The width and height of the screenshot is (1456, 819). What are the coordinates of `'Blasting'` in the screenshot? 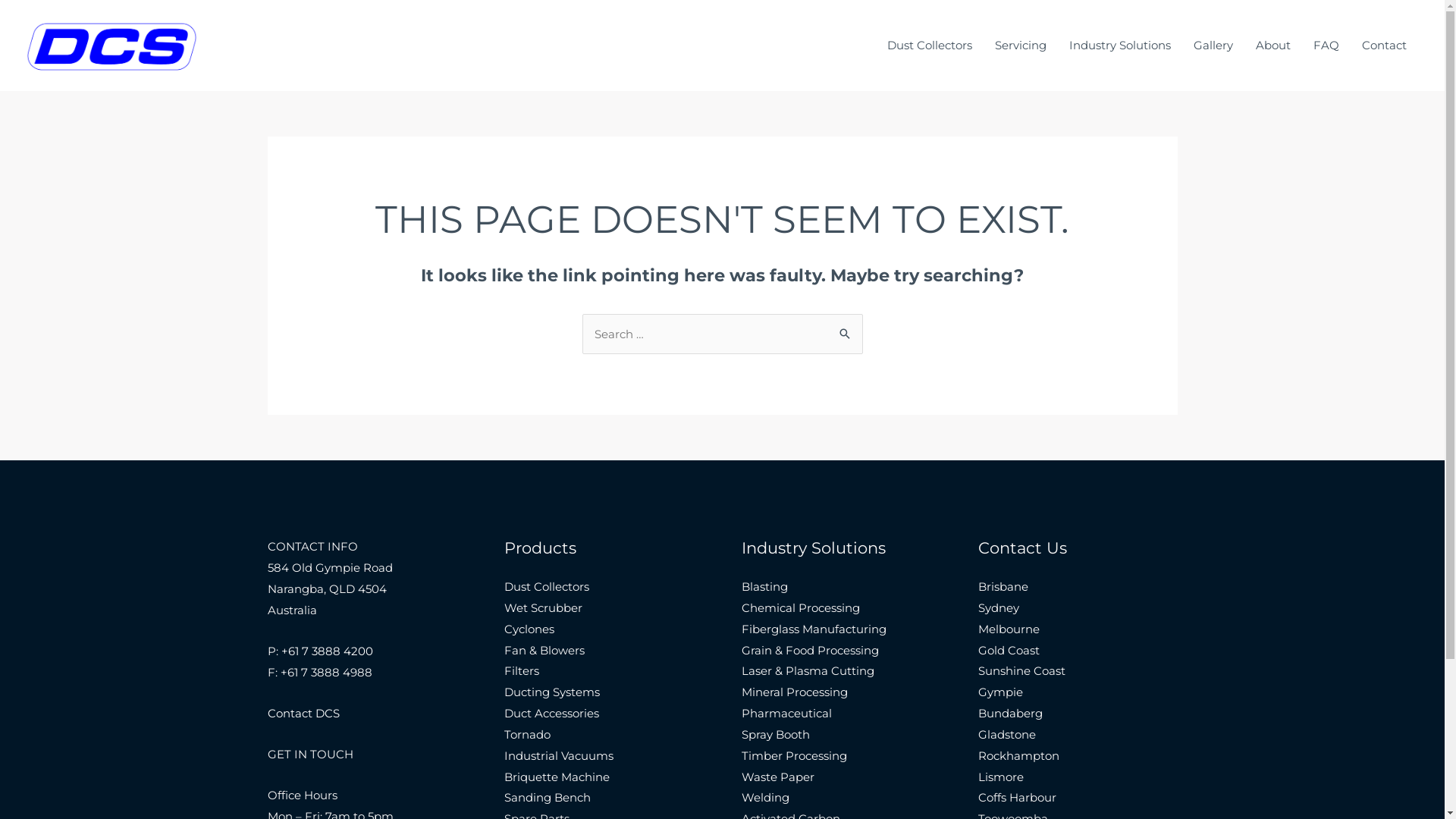 It's located at (764, 585).